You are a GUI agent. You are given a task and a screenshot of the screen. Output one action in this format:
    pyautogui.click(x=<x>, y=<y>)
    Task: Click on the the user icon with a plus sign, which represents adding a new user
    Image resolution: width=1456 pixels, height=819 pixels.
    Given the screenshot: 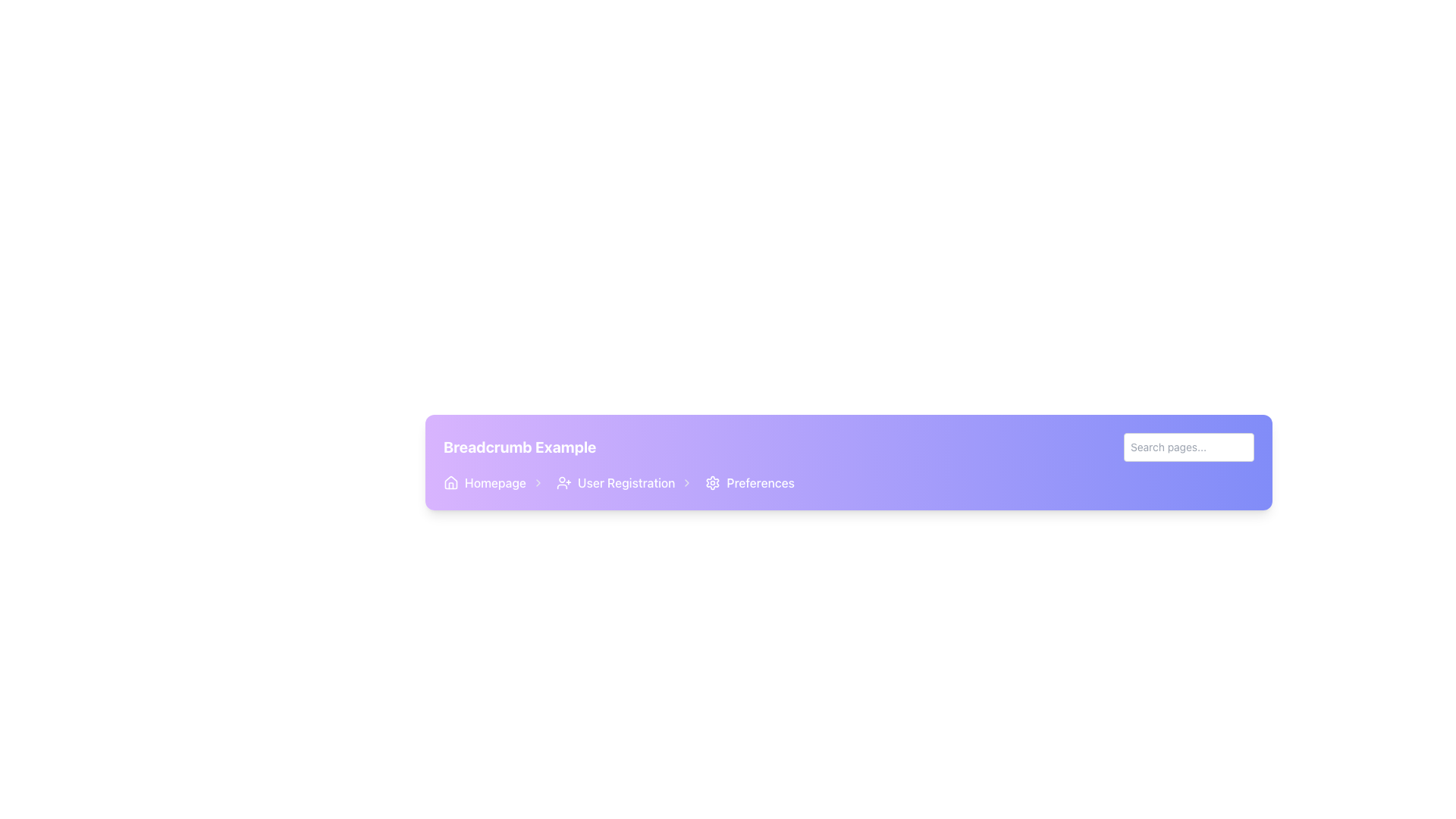 What is the action you would take?
    pyautogui.click(x=563, y=482)
    